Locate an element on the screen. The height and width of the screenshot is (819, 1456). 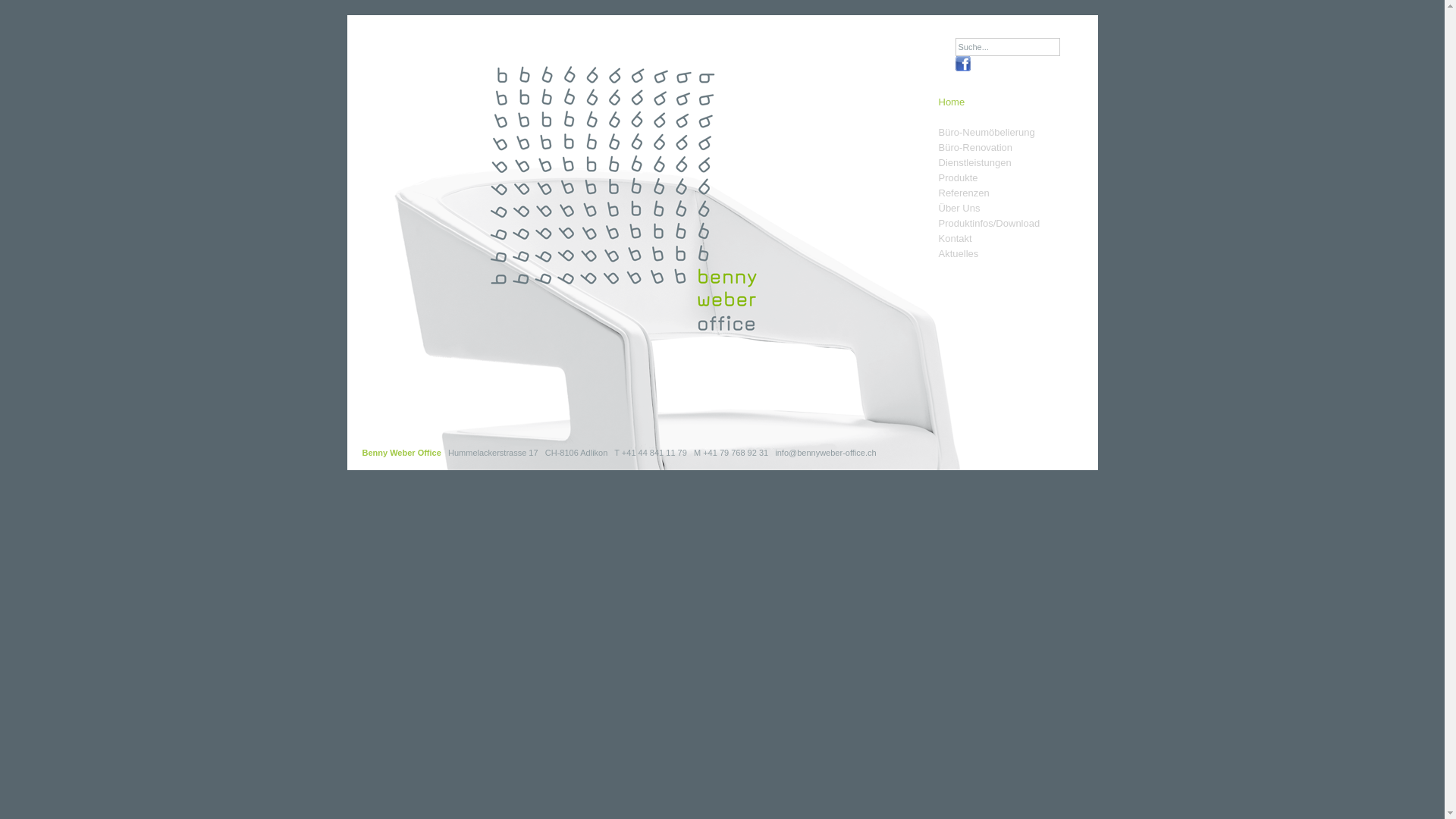
'Dienstleistungen' is located at coordinates (975, 163).